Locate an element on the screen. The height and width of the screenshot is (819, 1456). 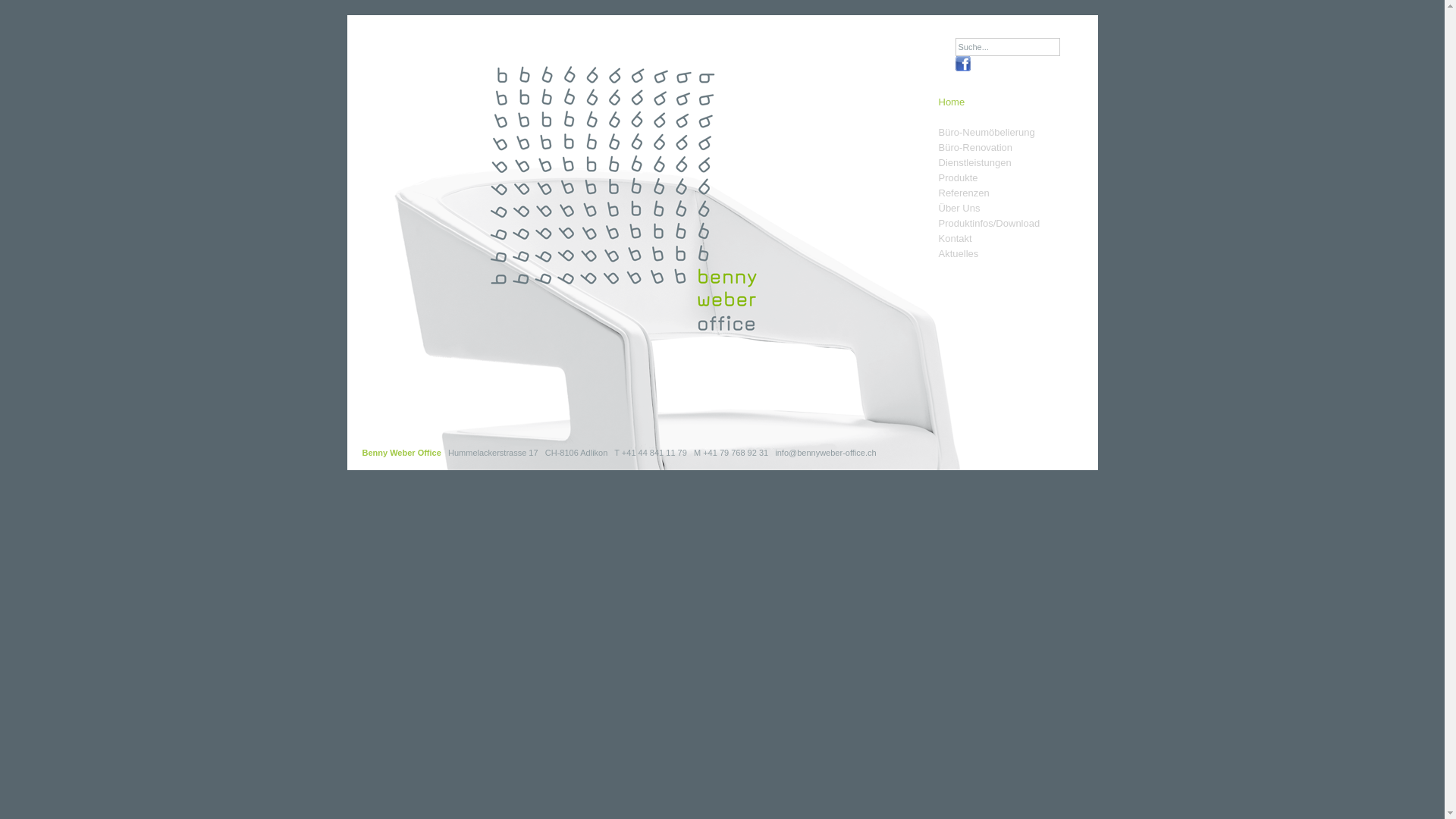
'Dienstleistungen' is located at coordinates (975, 163).